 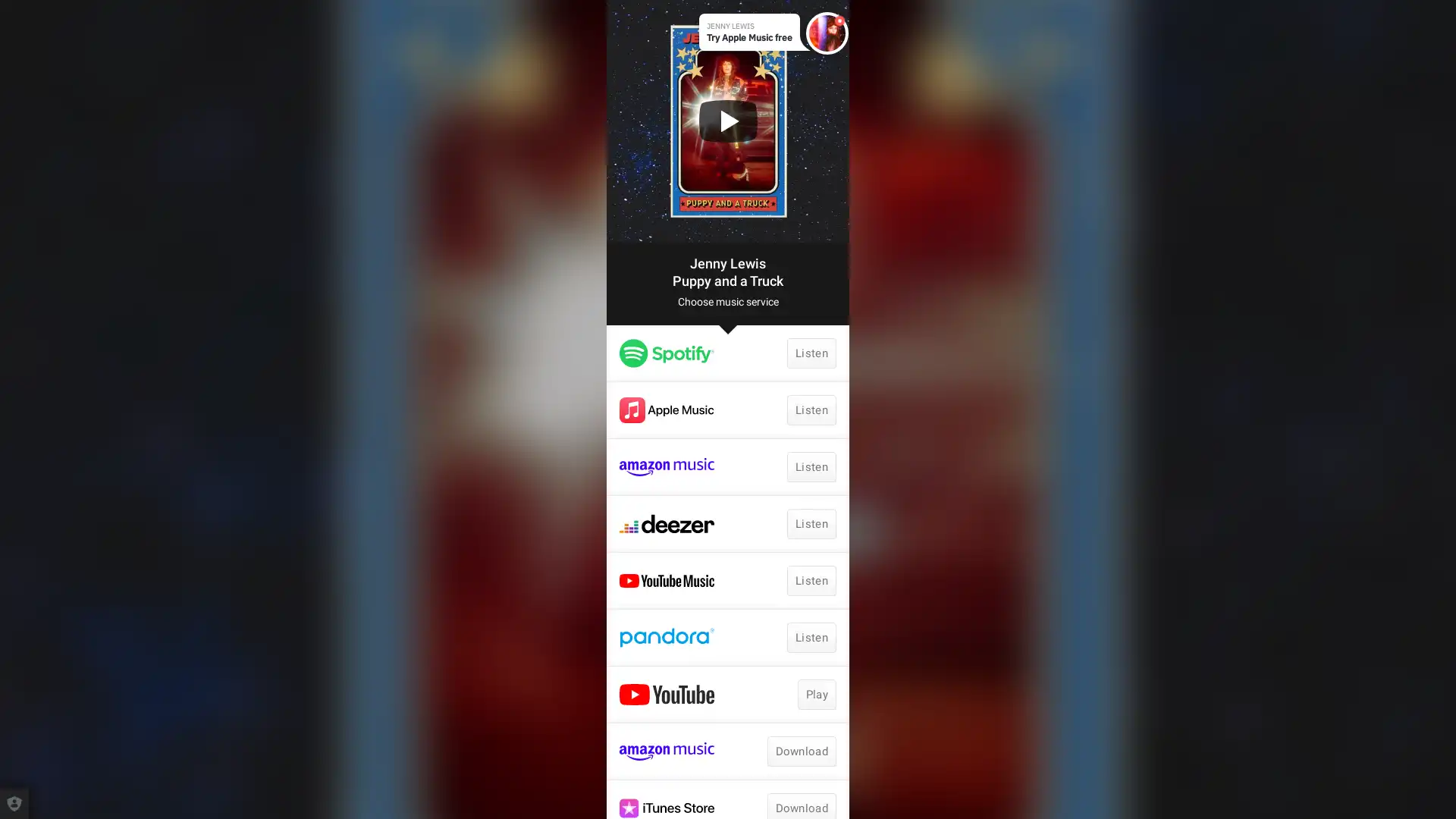 I want to click on Listen, so click(x=811, y=466).